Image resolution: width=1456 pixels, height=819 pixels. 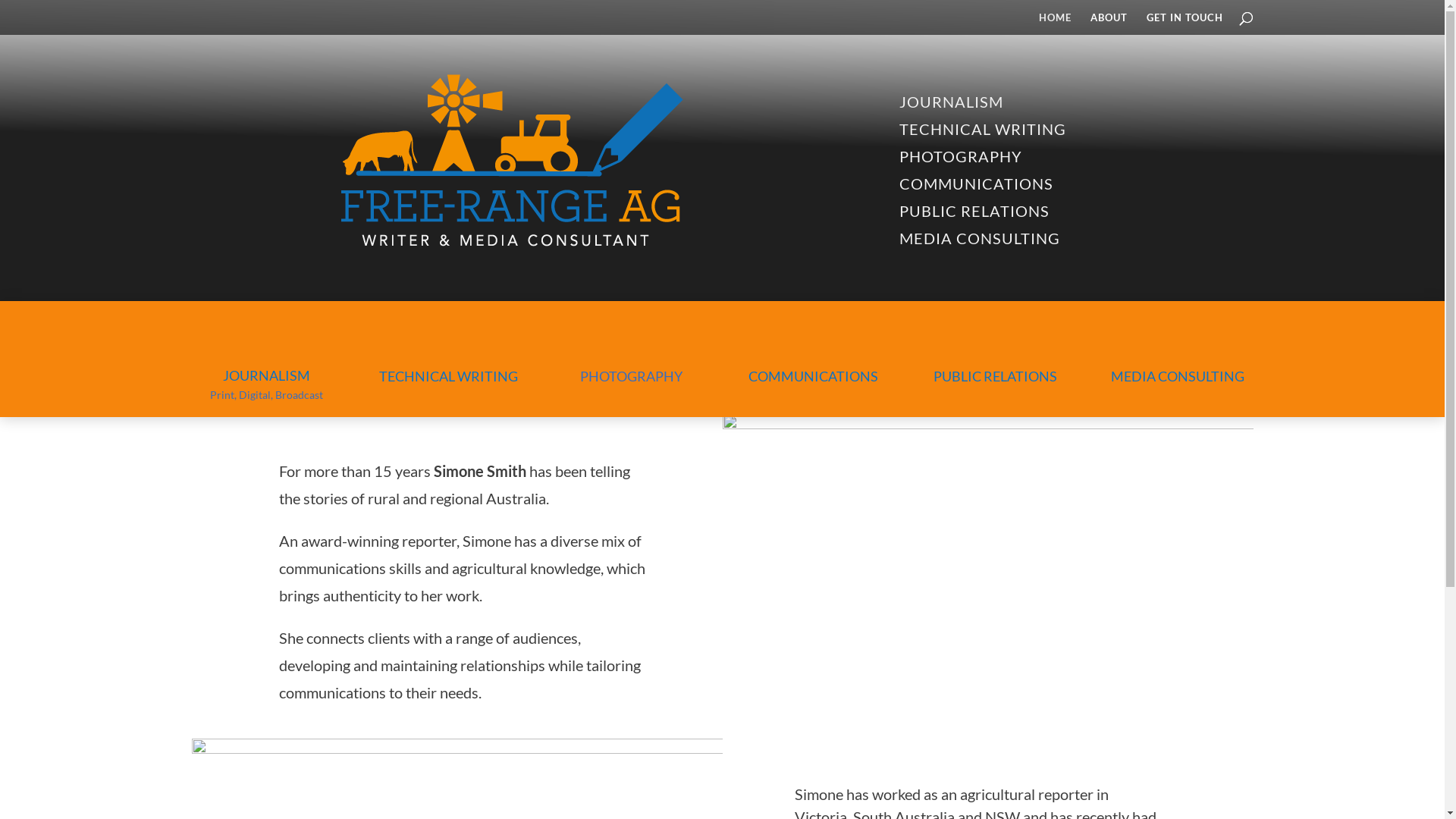 I want to click on 'ABOUT', so click(x=1109, y=23).